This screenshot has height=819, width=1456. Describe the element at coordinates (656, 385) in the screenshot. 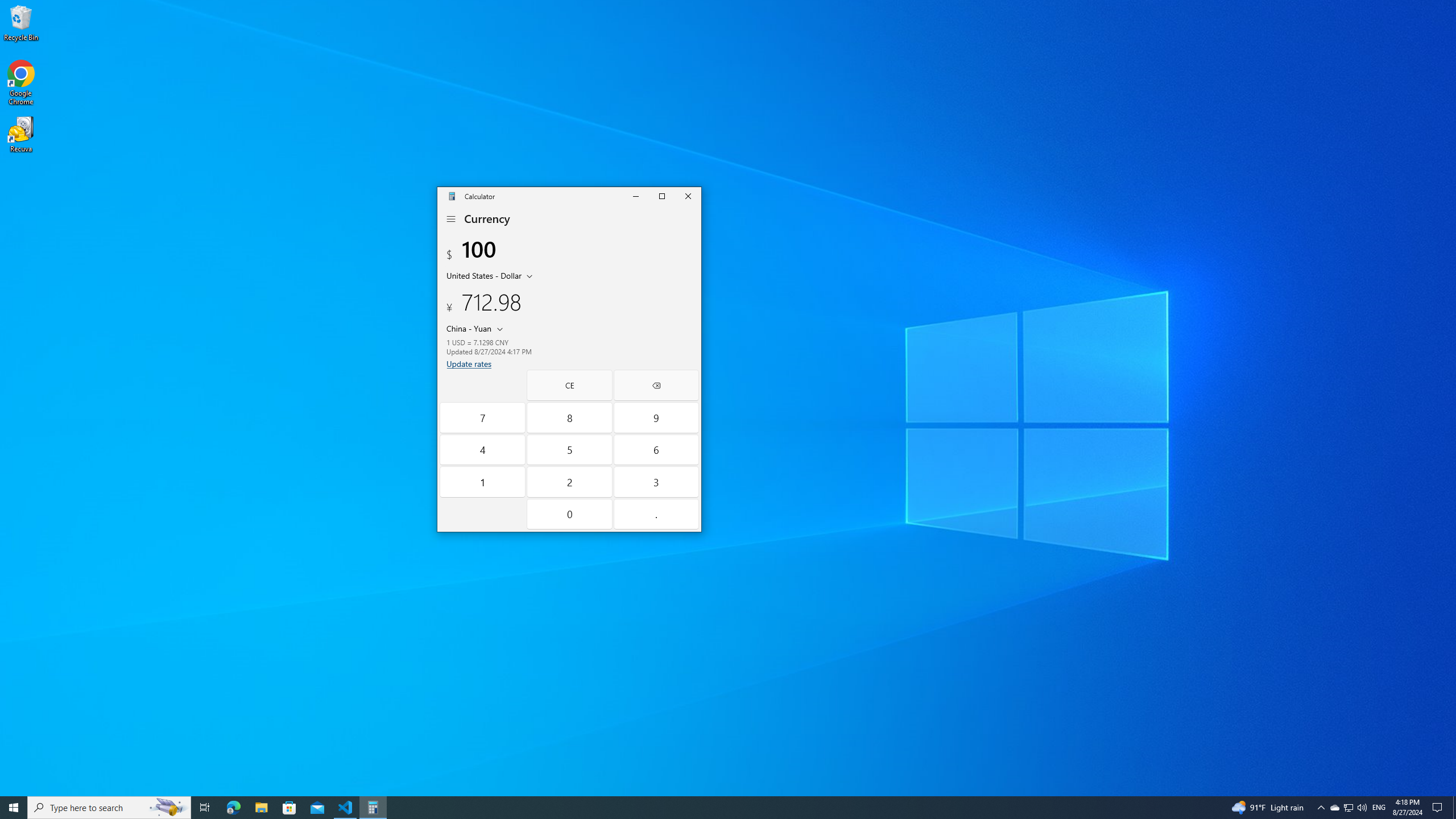

I see `'Backspace'` at that location.